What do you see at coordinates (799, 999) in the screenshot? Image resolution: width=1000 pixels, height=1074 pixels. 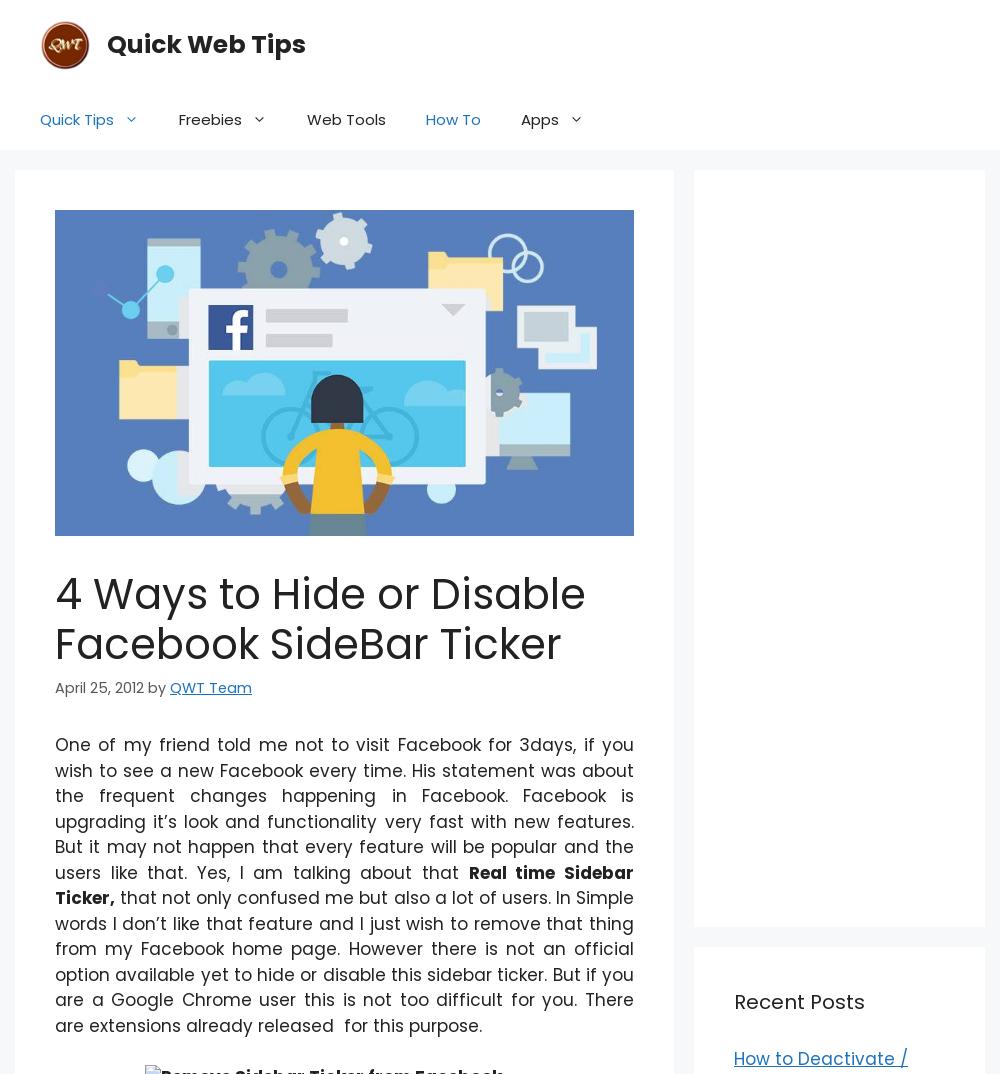 I see `'Recent Posts'` at bounding box center [799, 999].